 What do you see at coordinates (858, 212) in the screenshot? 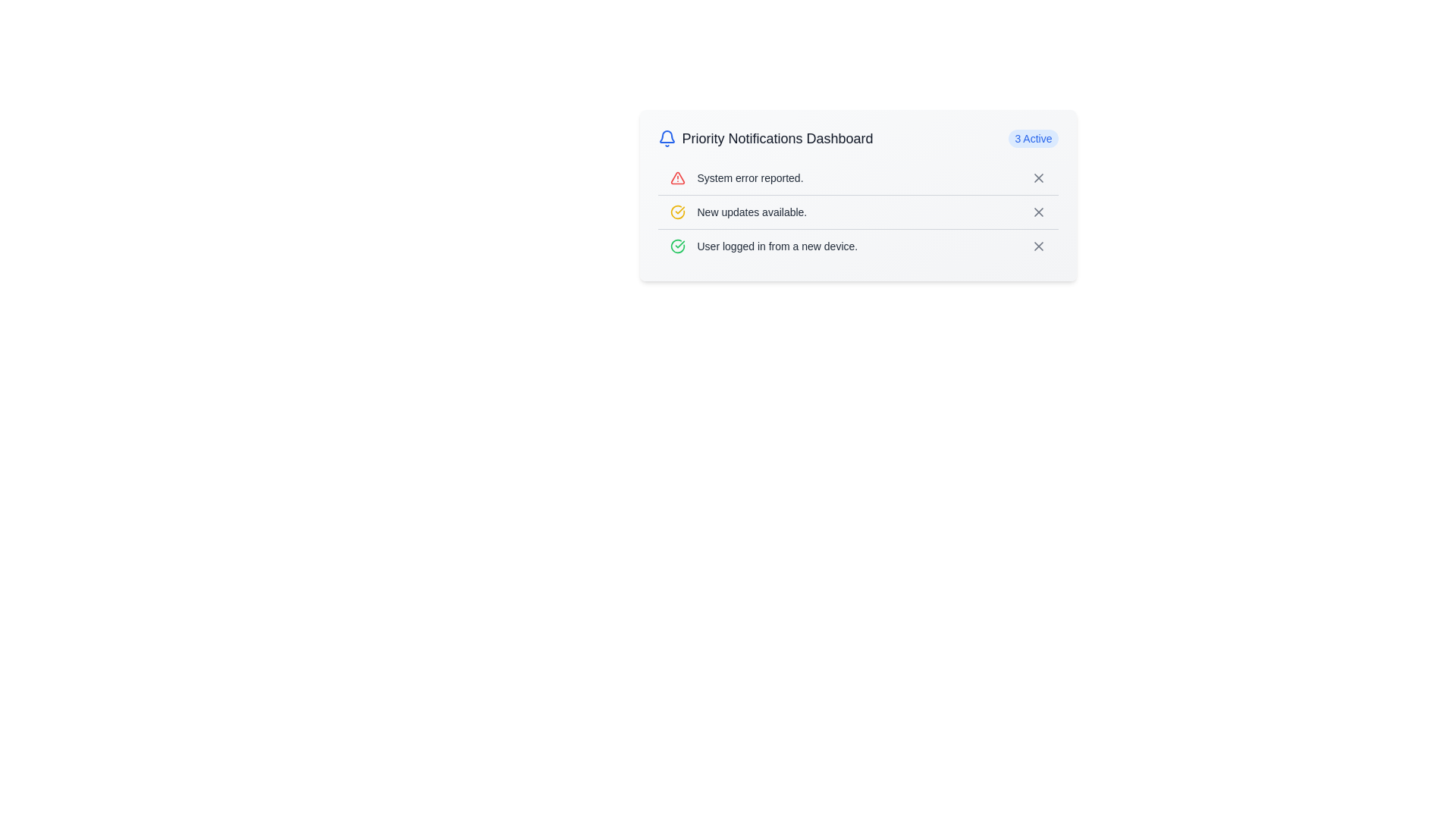
I see `the Notification panel item that informs users about new updates, which is located in the second row of the Priority Notifications Dashboard` at bounding box center [858, 212].